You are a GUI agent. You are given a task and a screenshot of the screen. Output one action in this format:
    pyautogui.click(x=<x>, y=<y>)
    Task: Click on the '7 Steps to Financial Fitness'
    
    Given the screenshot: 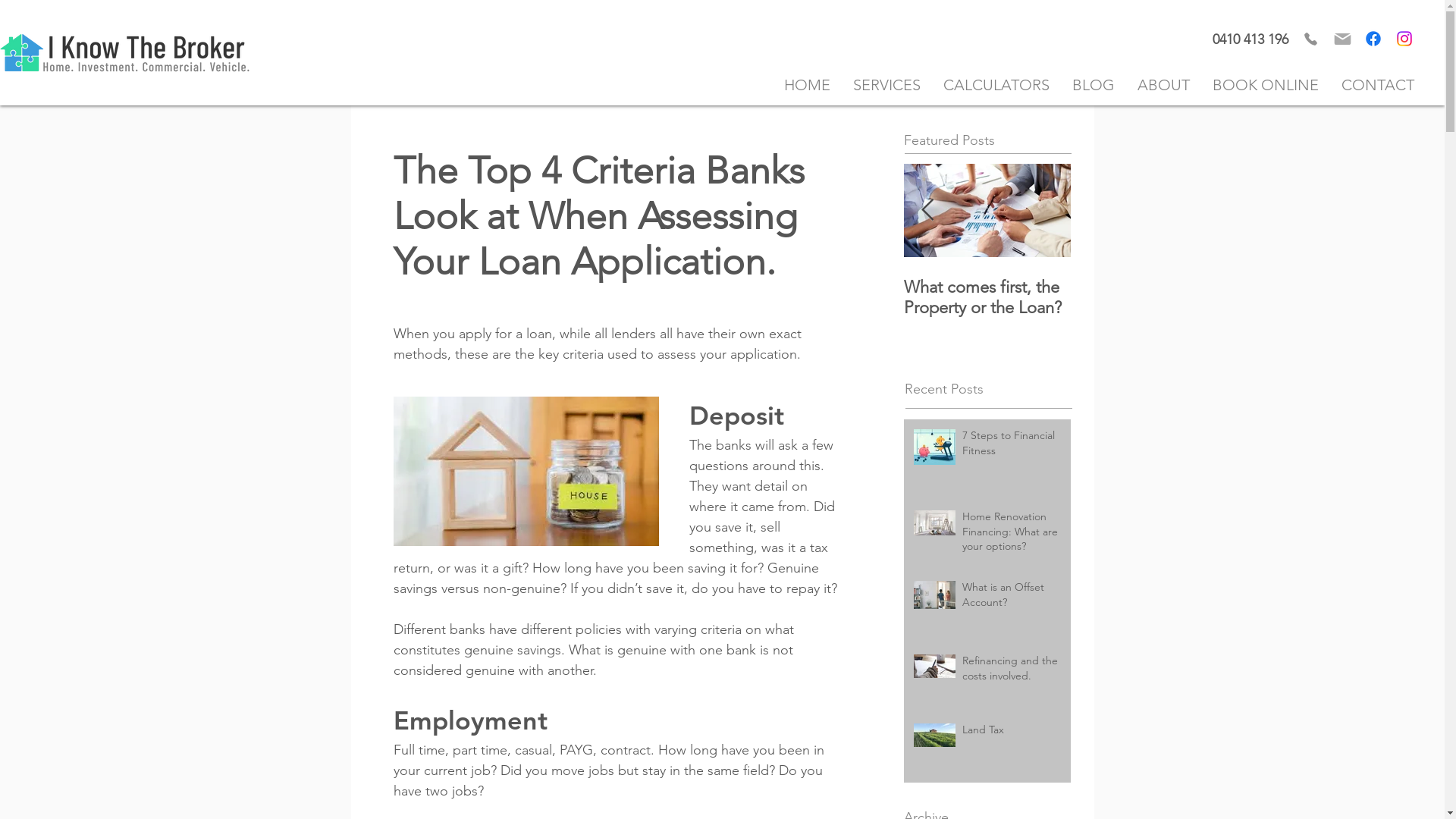 What is the action you would take?
    pyautogui.click(x=1012, y=445)
    